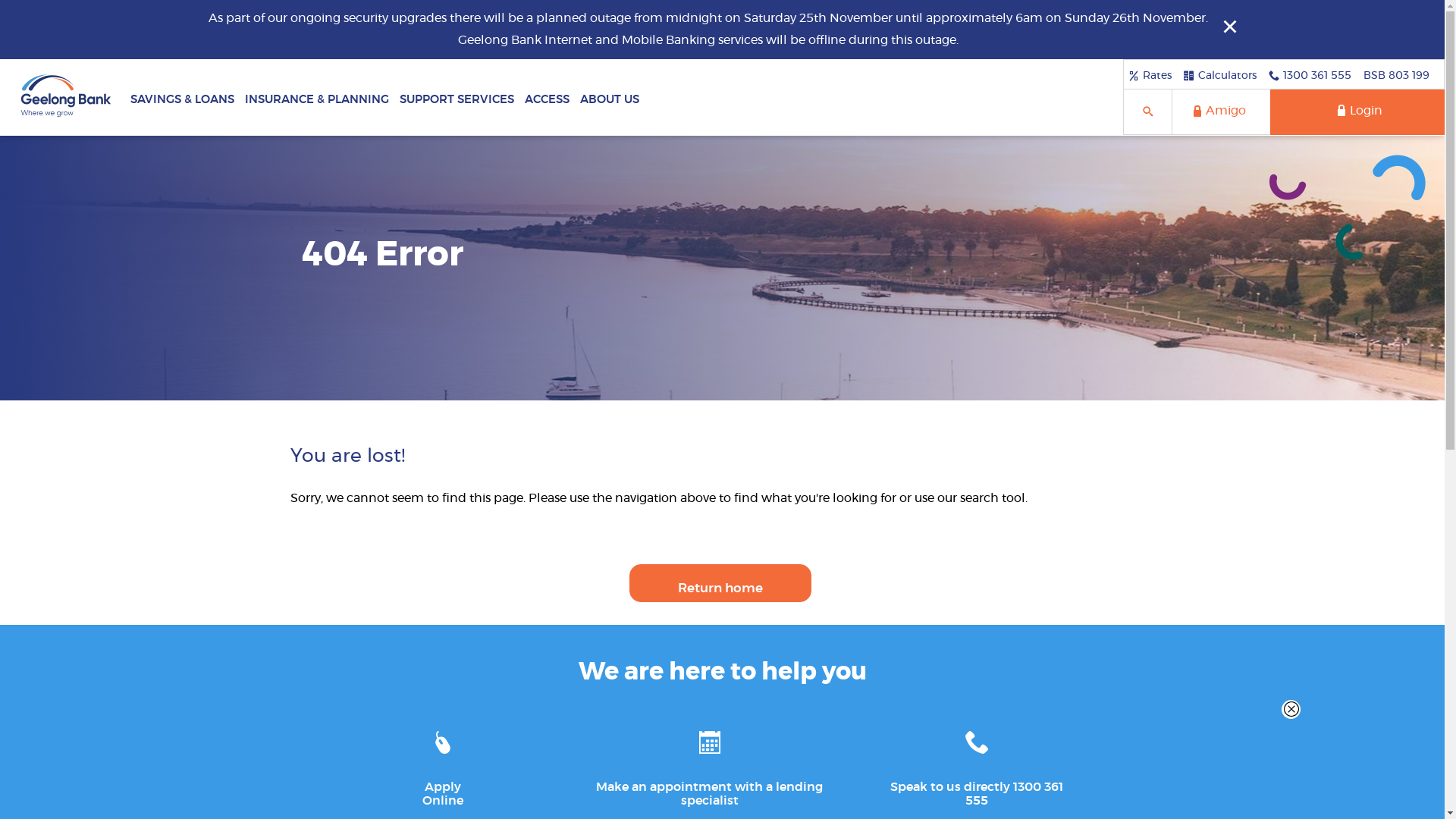 Image resolution: width=1456 pixels, height=819 pixels. Describe the element at coordinates (1150, 75) in the screenshot. I see `'Rates'` at that location.